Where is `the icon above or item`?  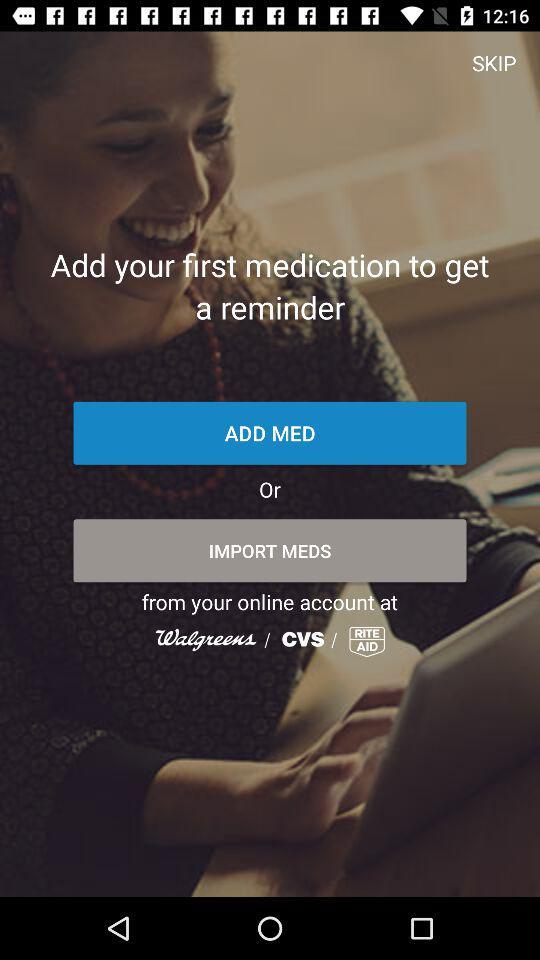 the icon above or item is located at coordinates (270, 433).